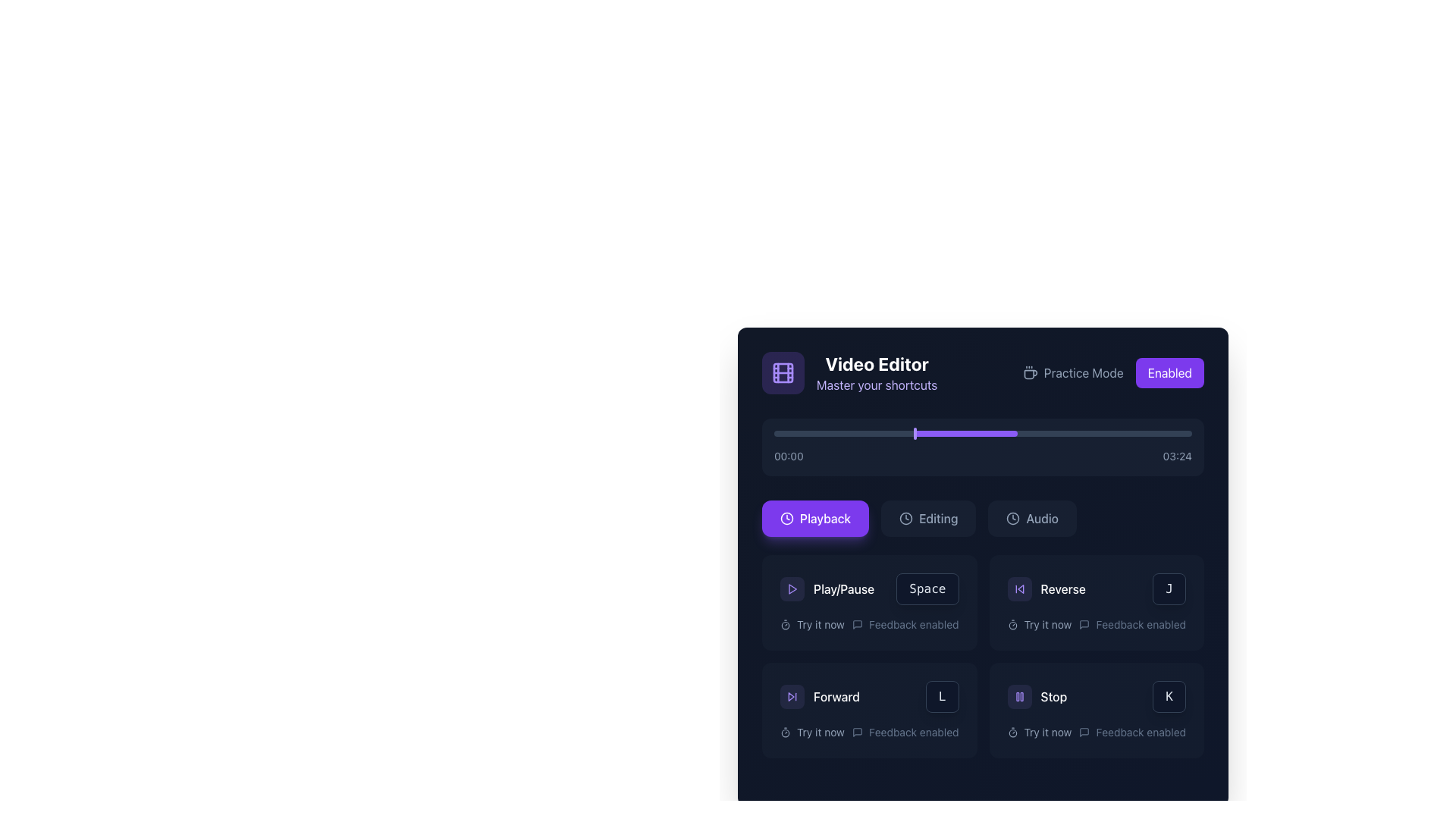 The image size is (1456, 819). Describe the element at coordinates (927, 517) in the screenshot. I see `the 'Editing' button, which is the second button from the left in a group of three buttons` at that location.